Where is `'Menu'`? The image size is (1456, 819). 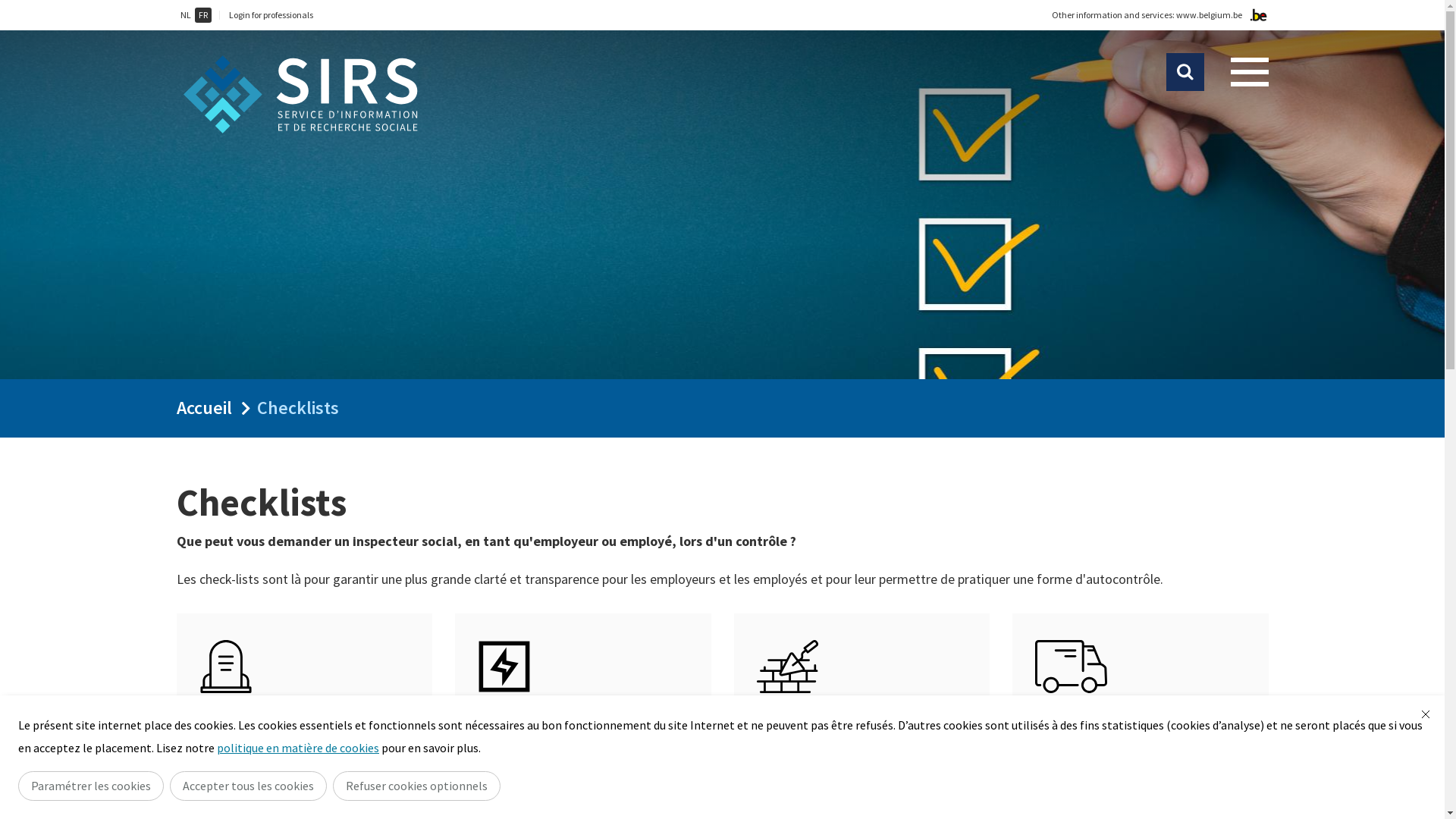 'Menu' is located at coordinates (1248, 72).